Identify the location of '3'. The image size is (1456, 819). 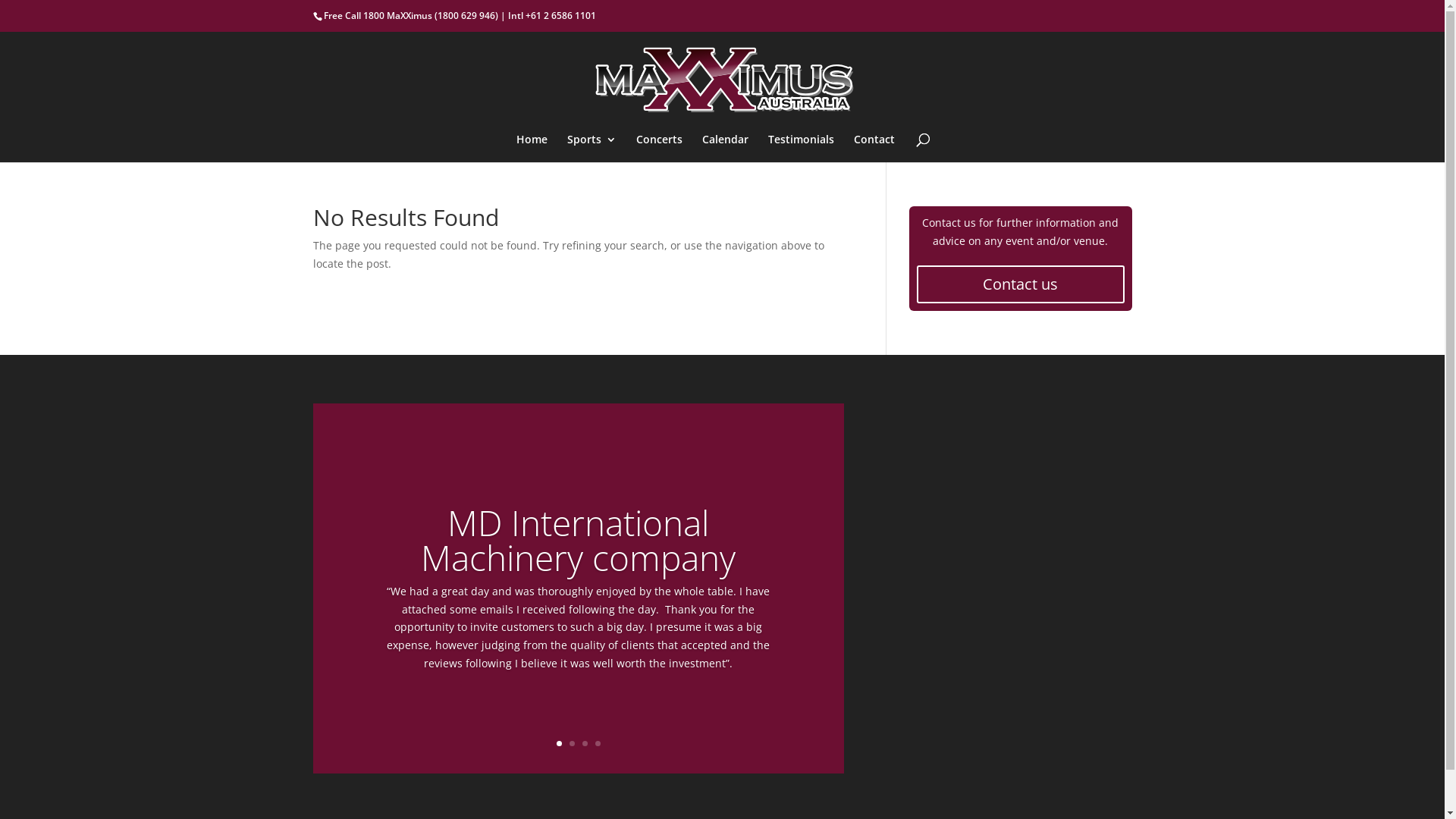
(584, 742).